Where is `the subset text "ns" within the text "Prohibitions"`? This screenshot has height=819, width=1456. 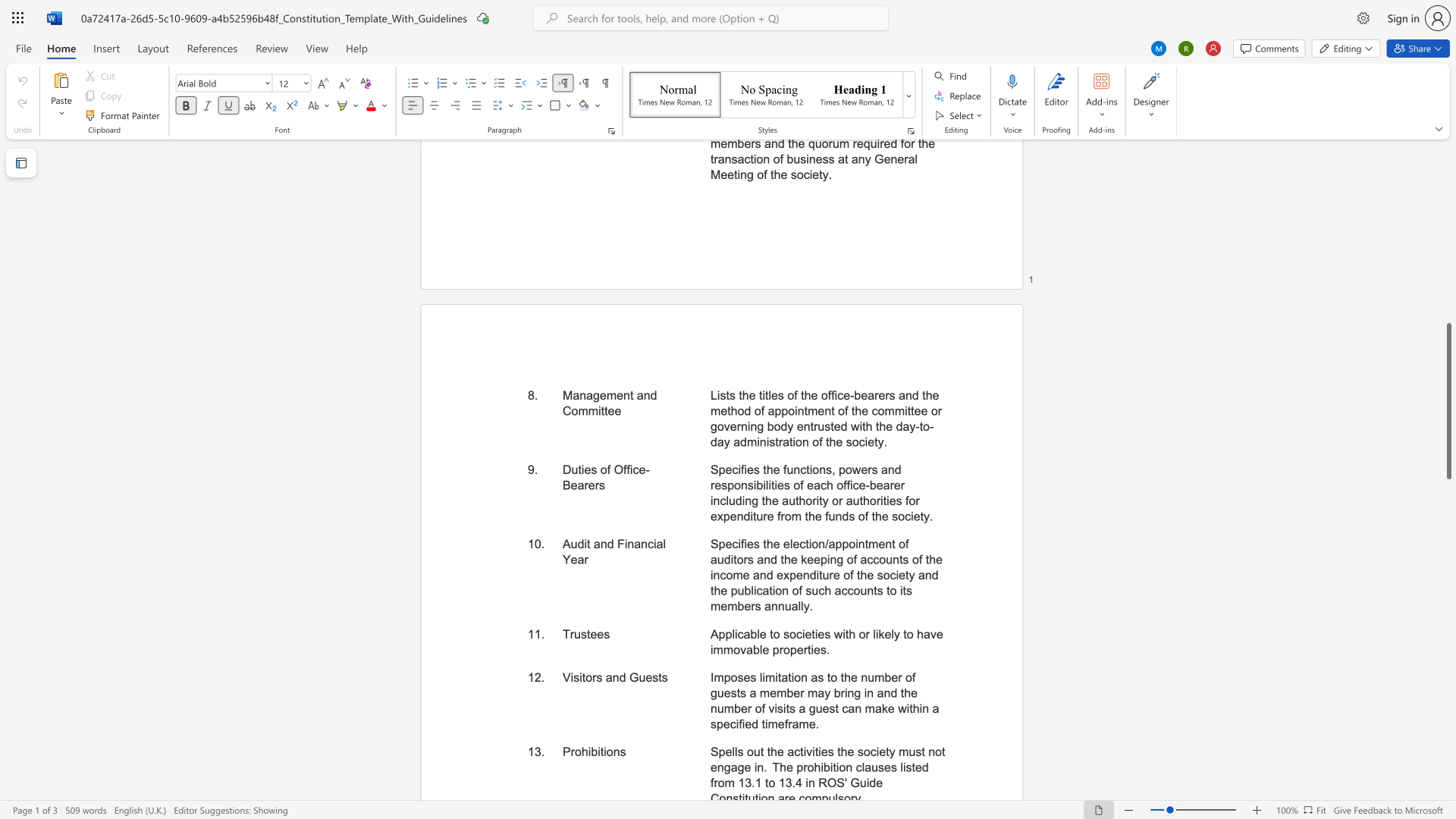 the subset text "ns" within the text "Prohibitions" is located at coordinates (613, 752).